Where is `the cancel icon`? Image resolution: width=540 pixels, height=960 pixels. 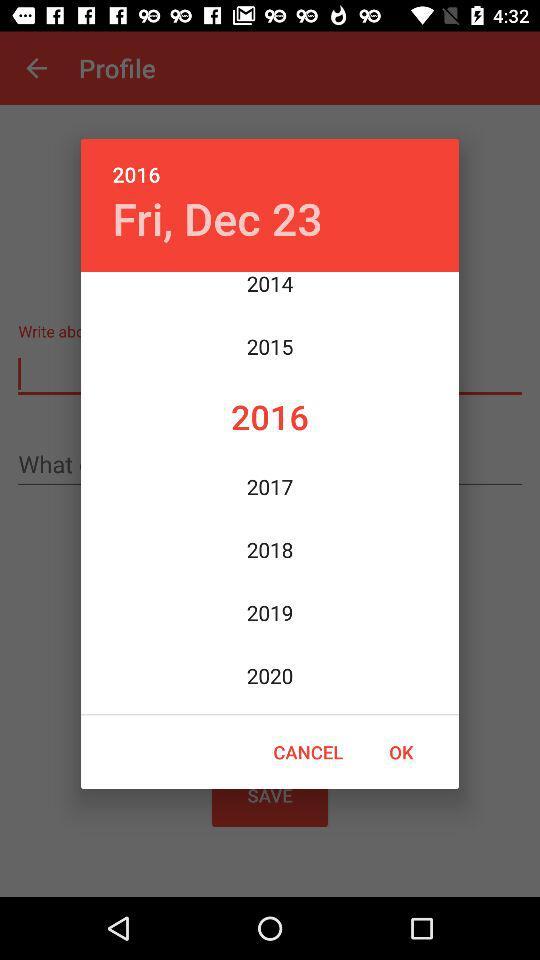 the cancel icon is located at coordinates (308, 751).